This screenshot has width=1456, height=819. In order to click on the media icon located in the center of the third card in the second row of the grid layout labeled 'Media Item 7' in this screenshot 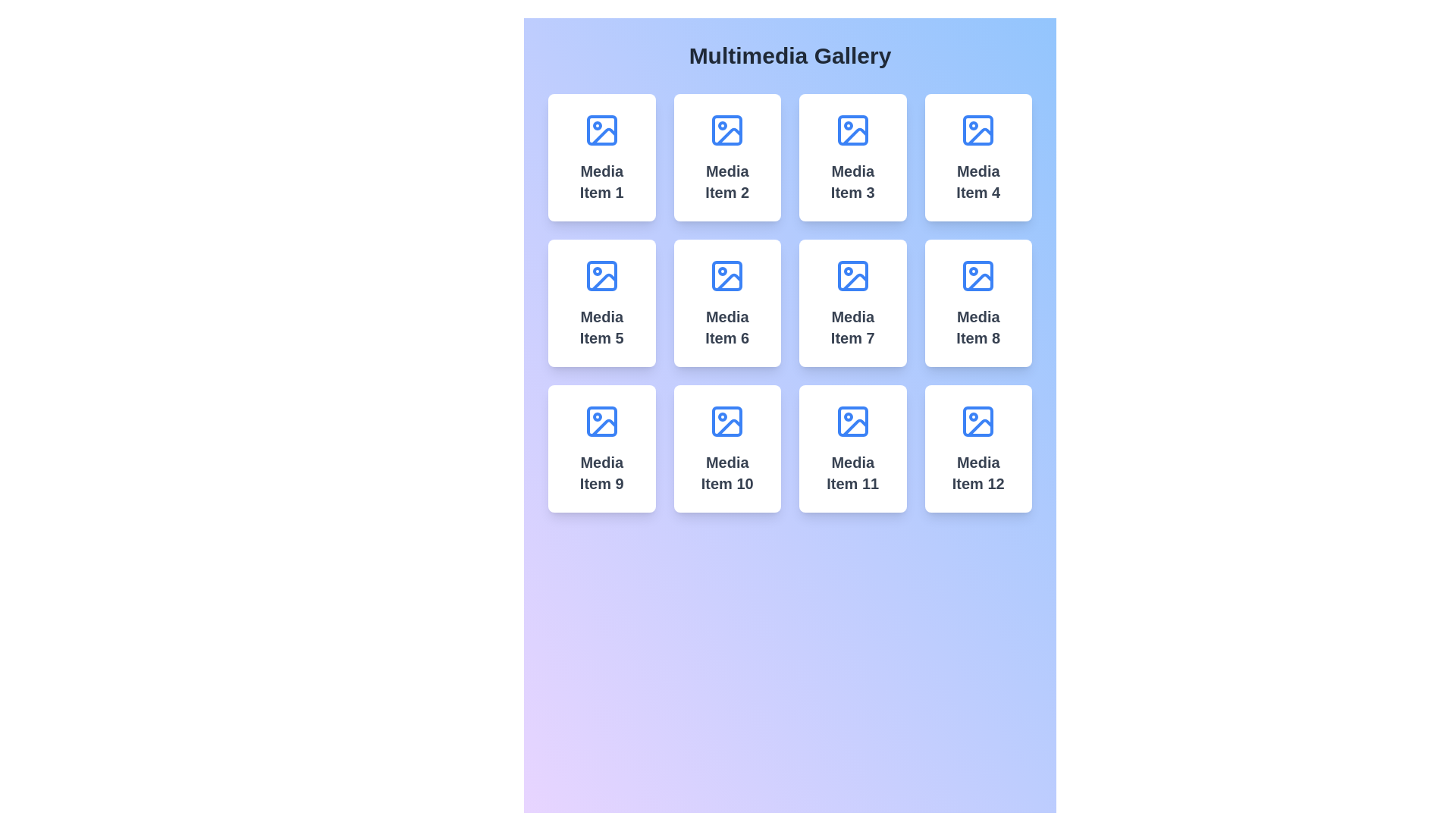, I will do `click(852, 275)`.